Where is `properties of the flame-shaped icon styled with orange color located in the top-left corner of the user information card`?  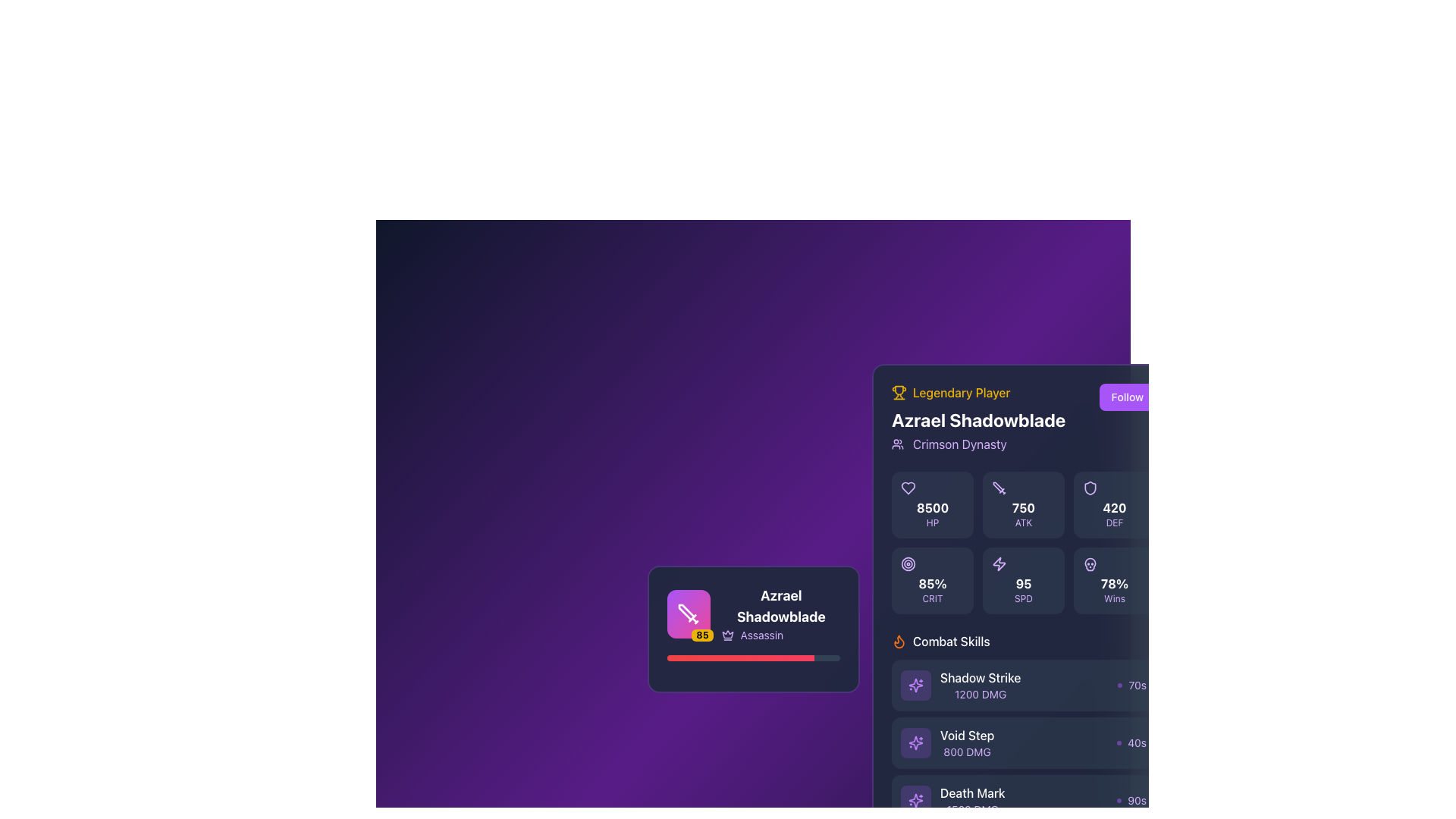 properties of the flame-shaped icon styled with orange color located in the top-left corner of the user information card is located at coordinates (899, 642).